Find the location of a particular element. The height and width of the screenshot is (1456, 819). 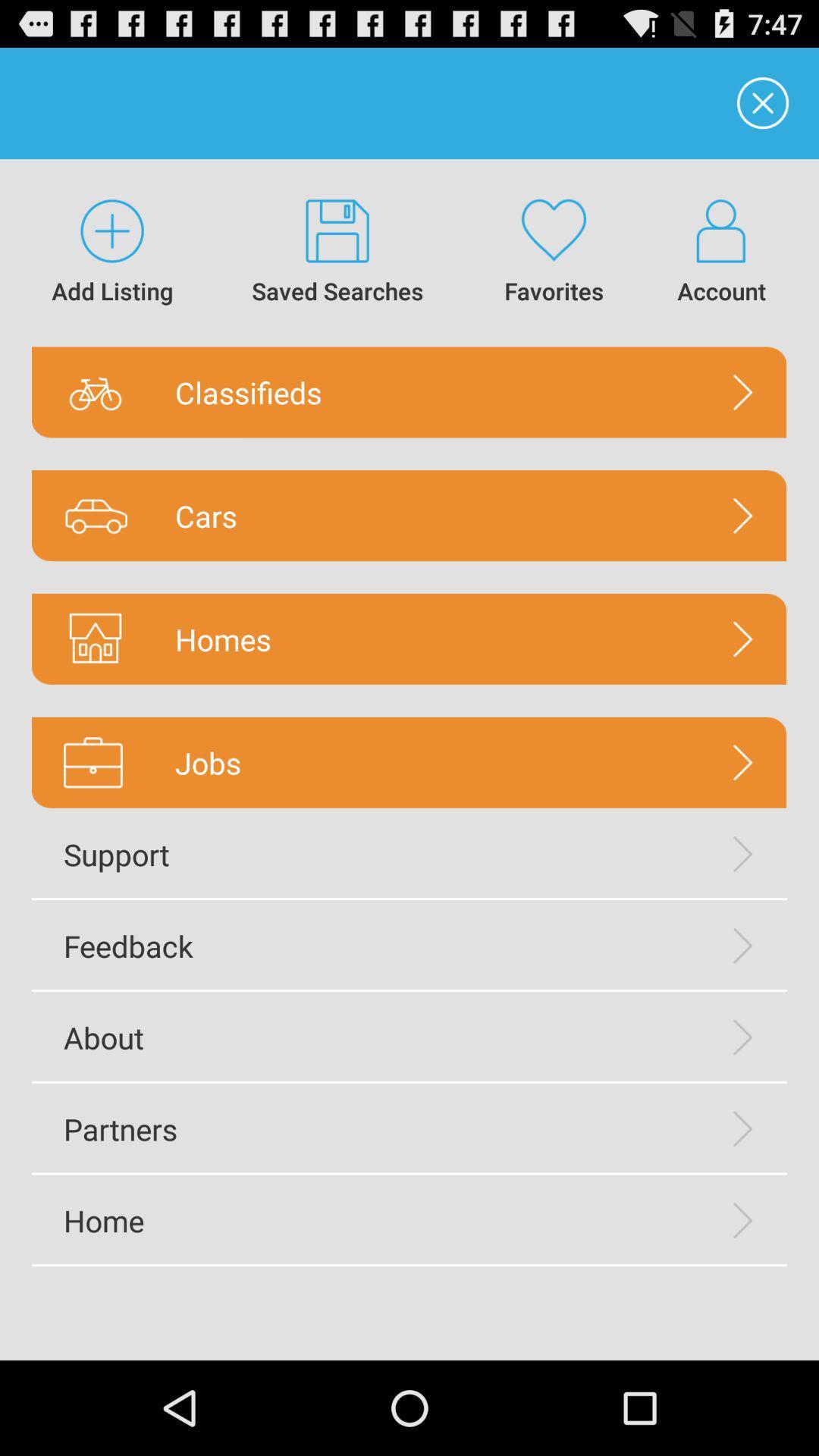

the favorites icon is located at coordinates (554, 253).